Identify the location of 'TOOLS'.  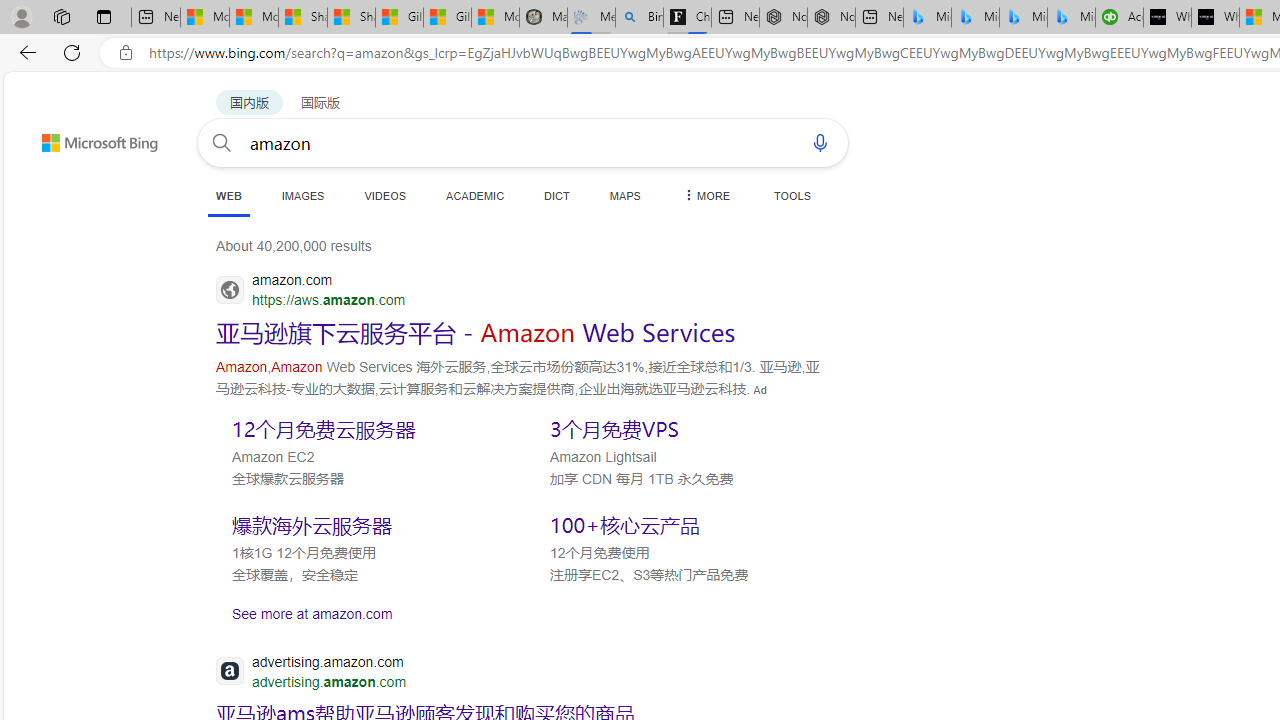
(791, 195).